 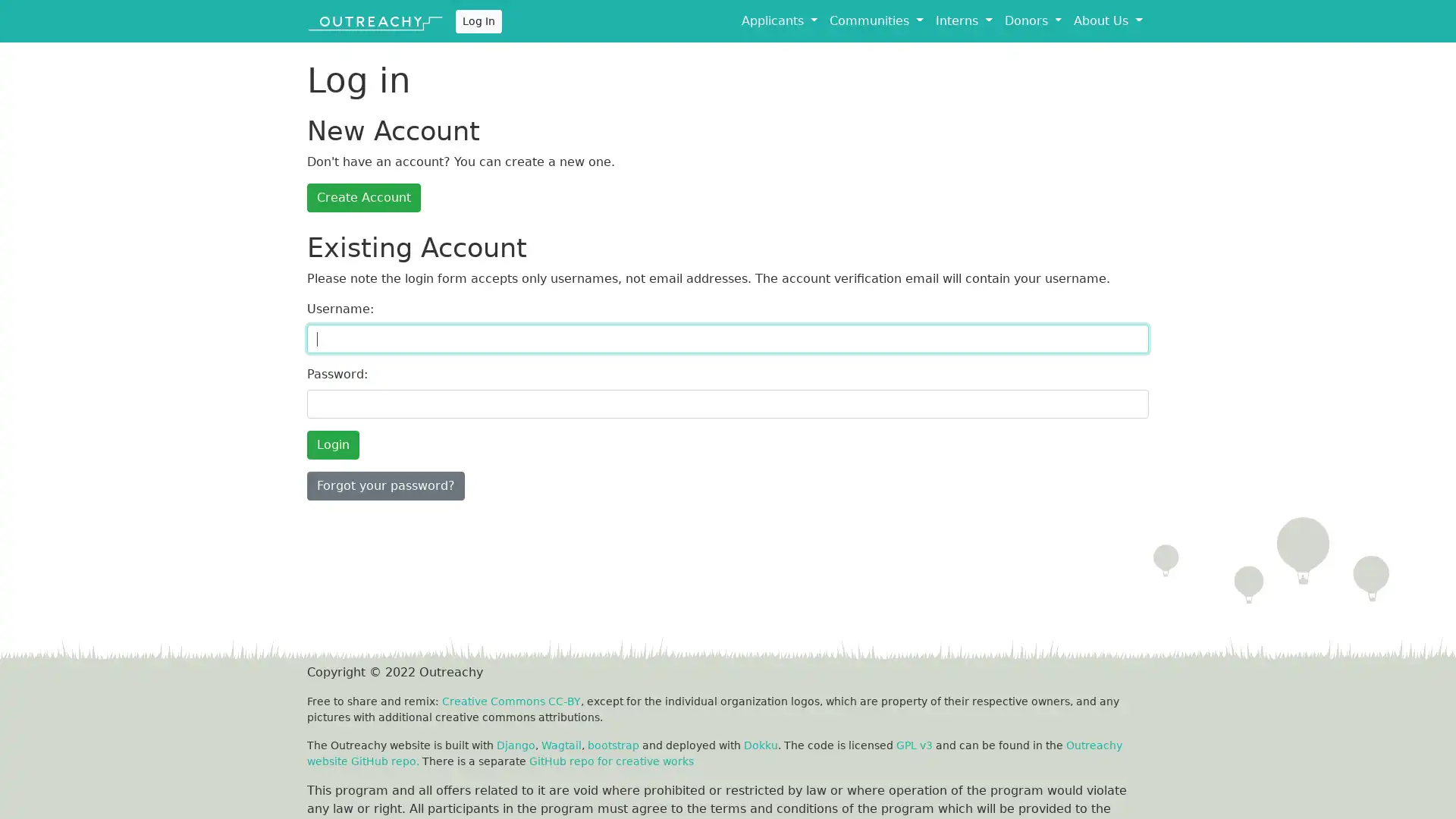 I want to click on Log In, so click(x=478, y=20).